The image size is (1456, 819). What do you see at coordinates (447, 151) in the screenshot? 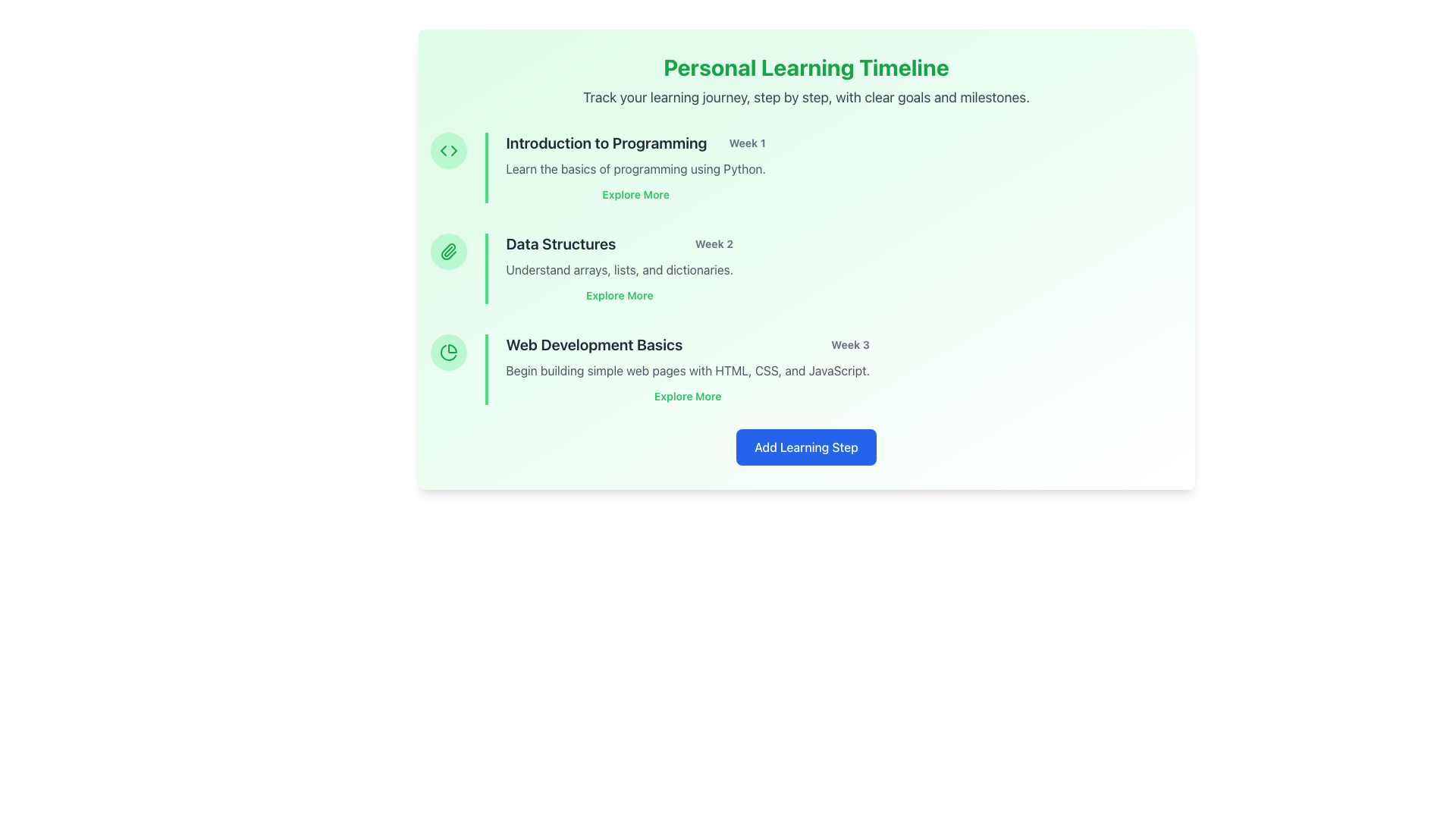
I see `the Decorative Icon at the beginning of the list item for 'Introduction to Programming'` at bounding box center [447, 151].